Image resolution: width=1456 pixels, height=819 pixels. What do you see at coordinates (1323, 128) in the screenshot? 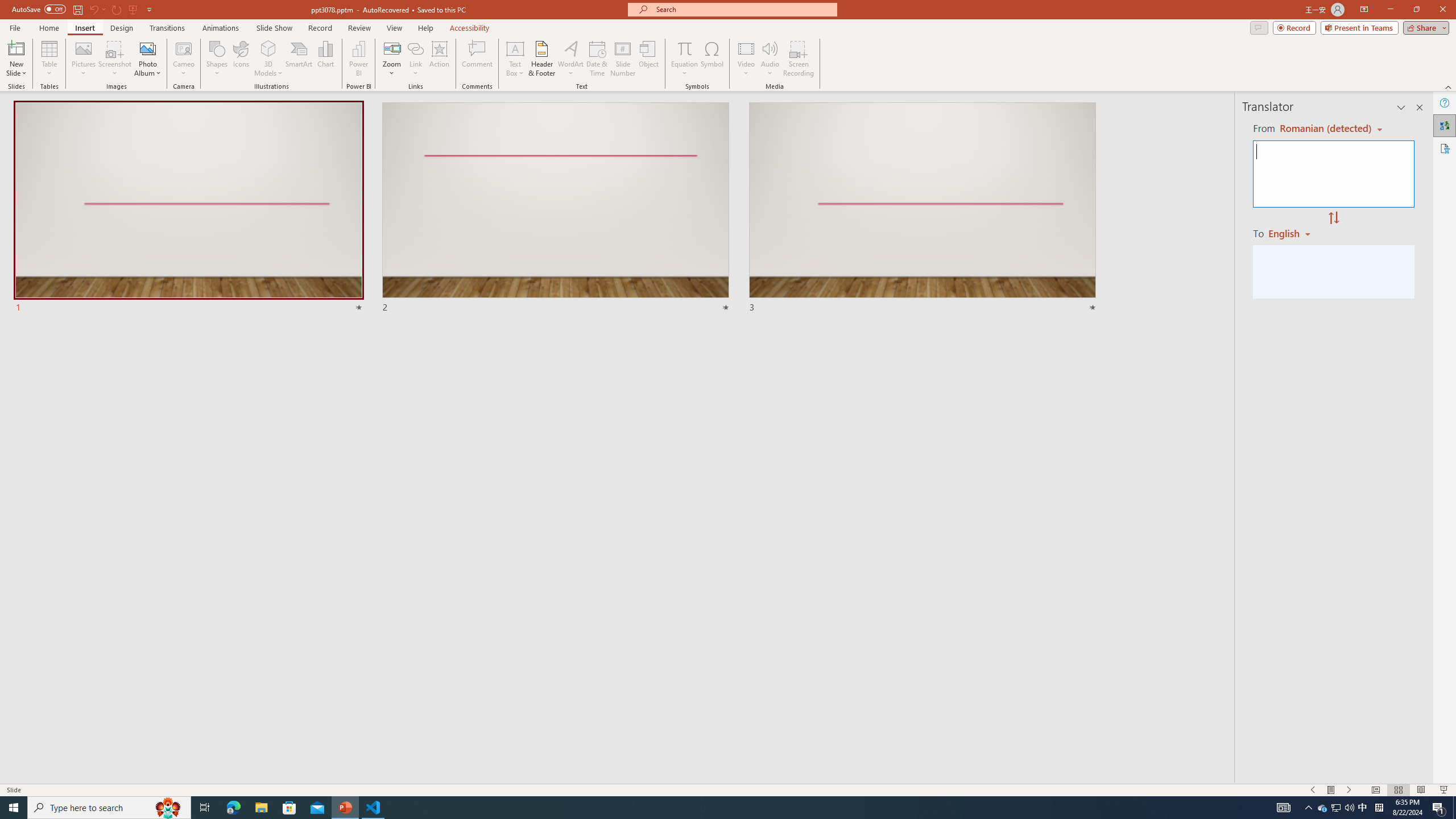
I see `'Czech (detected)'` at bounding box center [1323, 128].